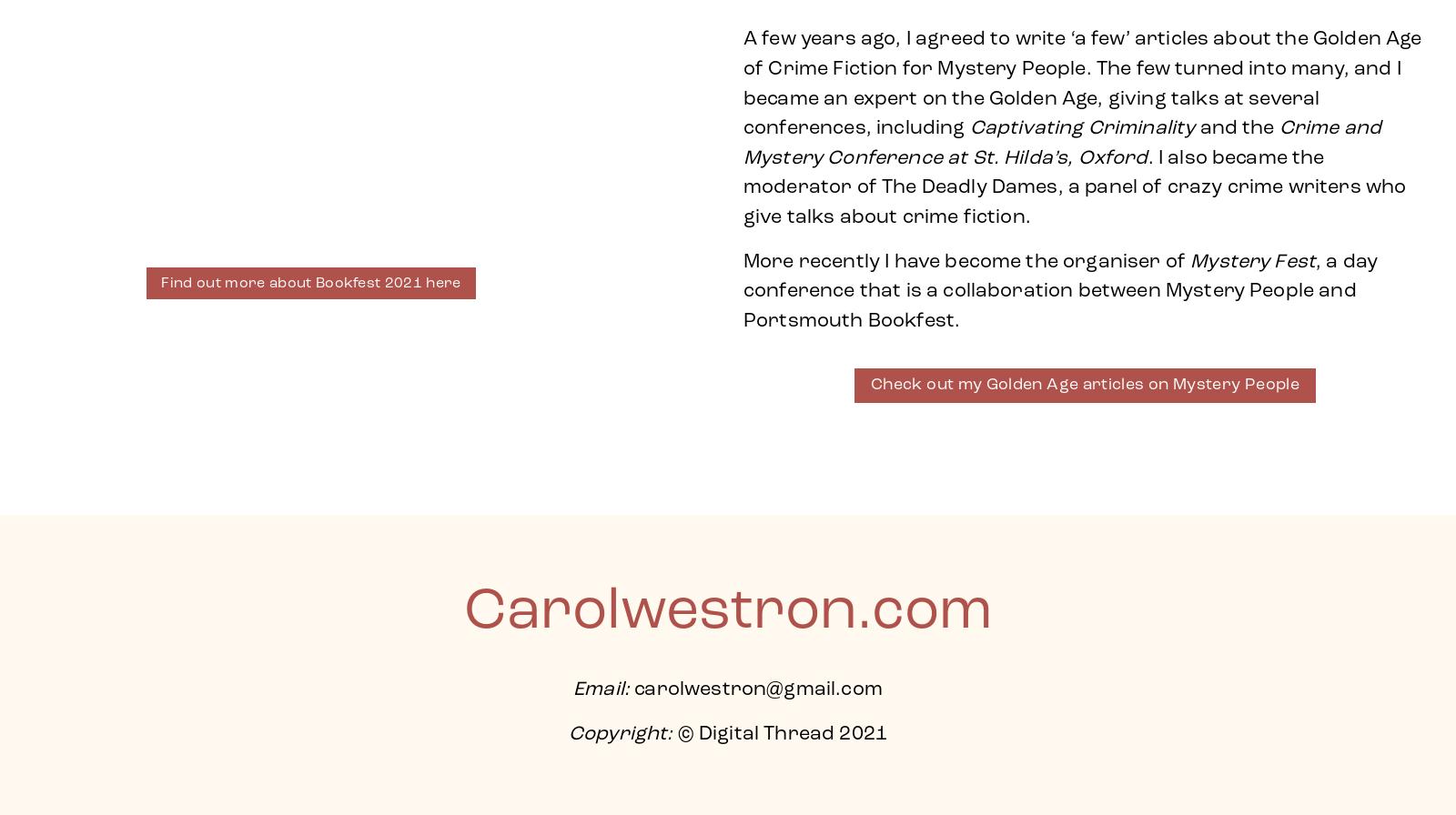 This screenshot has height=815, width=1456. Describe the element at coordinates (742, 261) in the screenshot. I see `'More recently I have become the organiser of'` at that location.